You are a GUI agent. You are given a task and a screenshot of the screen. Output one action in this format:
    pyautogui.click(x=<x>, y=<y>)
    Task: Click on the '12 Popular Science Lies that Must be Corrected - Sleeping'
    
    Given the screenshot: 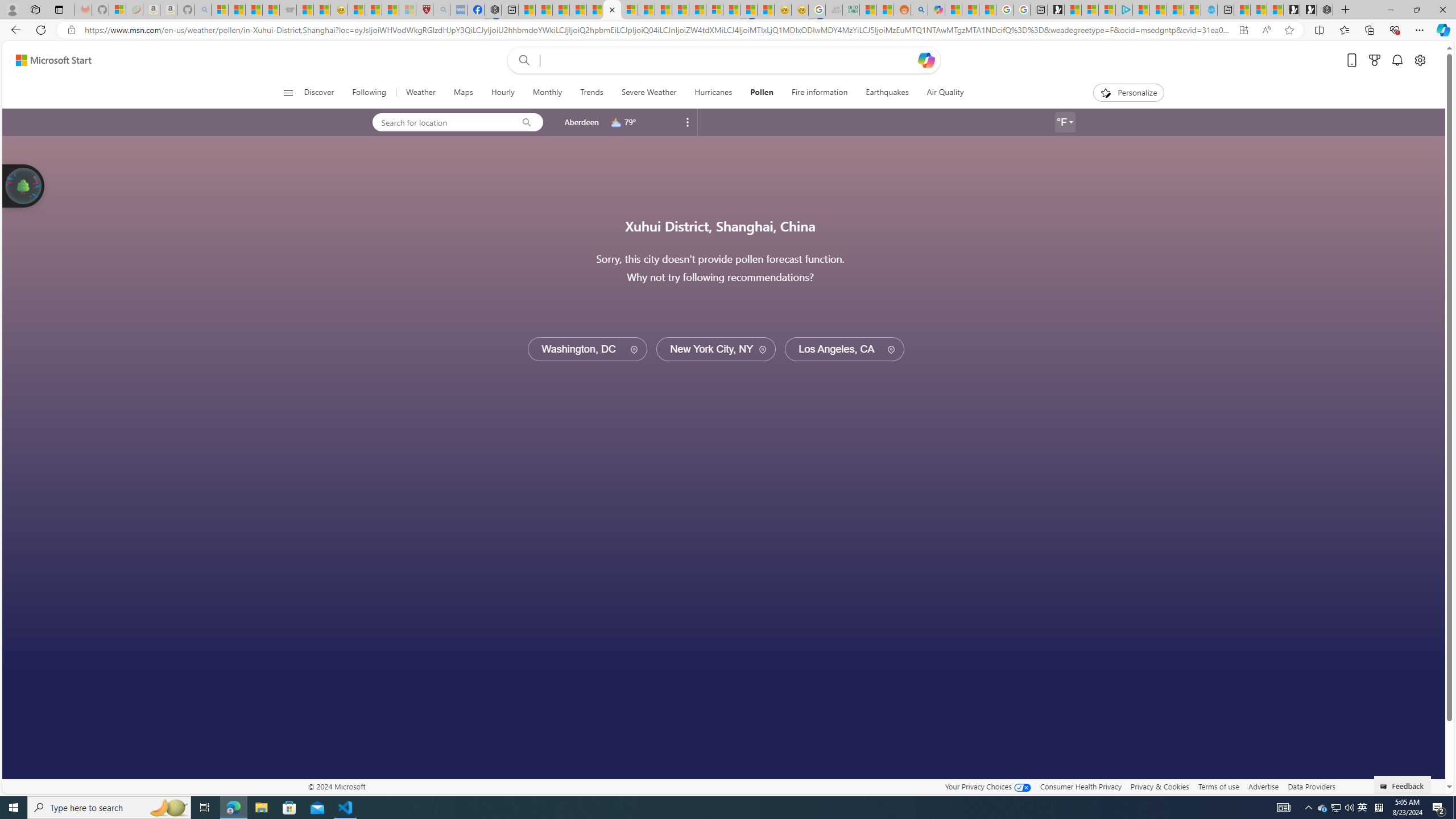 What is the action you would take?
    pyautogui.click(x=407, y=9)
    